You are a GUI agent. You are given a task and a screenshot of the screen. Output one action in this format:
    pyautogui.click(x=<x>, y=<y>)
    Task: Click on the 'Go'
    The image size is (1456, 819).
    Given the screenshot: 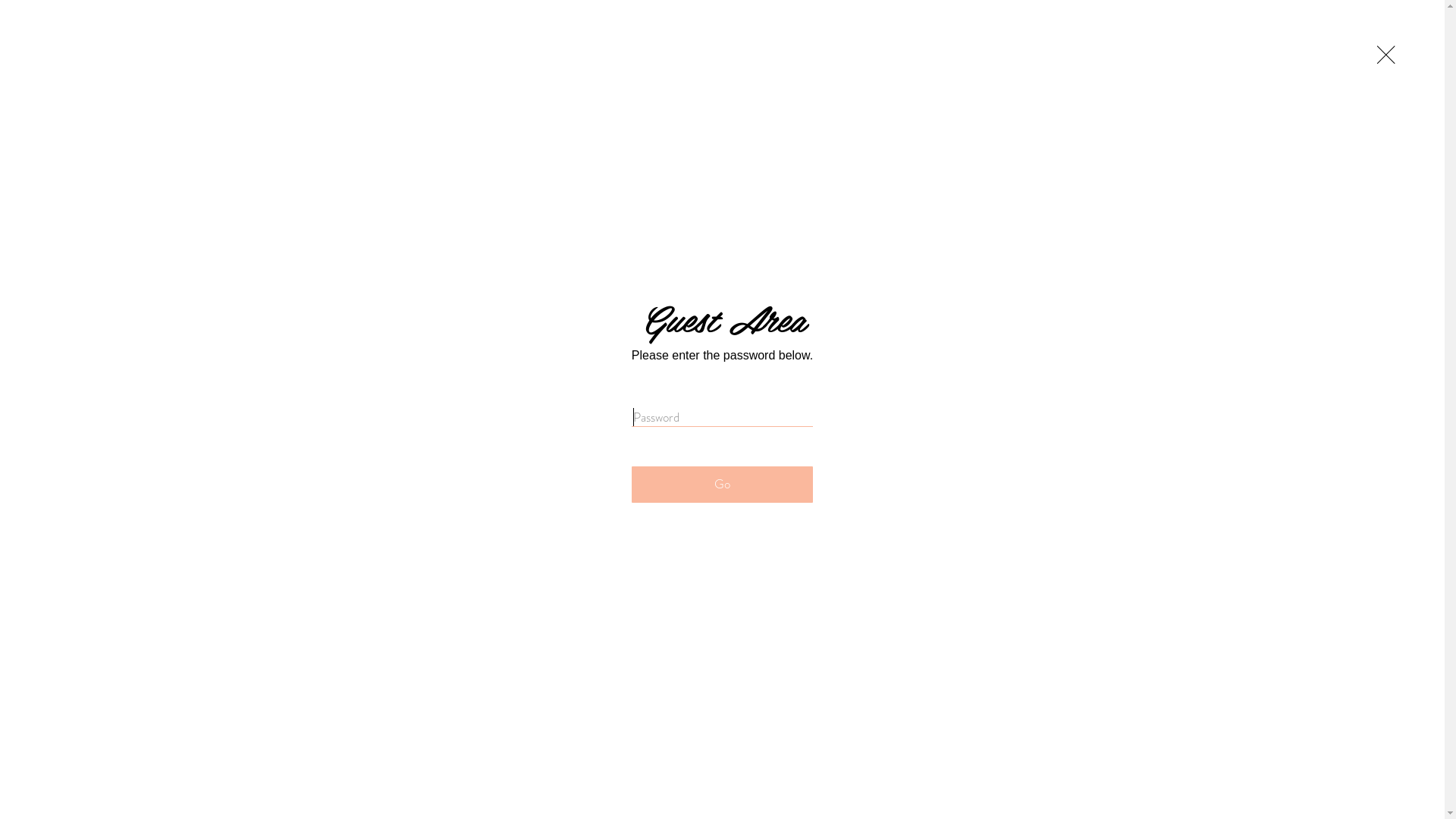 What is the action you would take?
    pyautogui.click(x=632, y=485)
    